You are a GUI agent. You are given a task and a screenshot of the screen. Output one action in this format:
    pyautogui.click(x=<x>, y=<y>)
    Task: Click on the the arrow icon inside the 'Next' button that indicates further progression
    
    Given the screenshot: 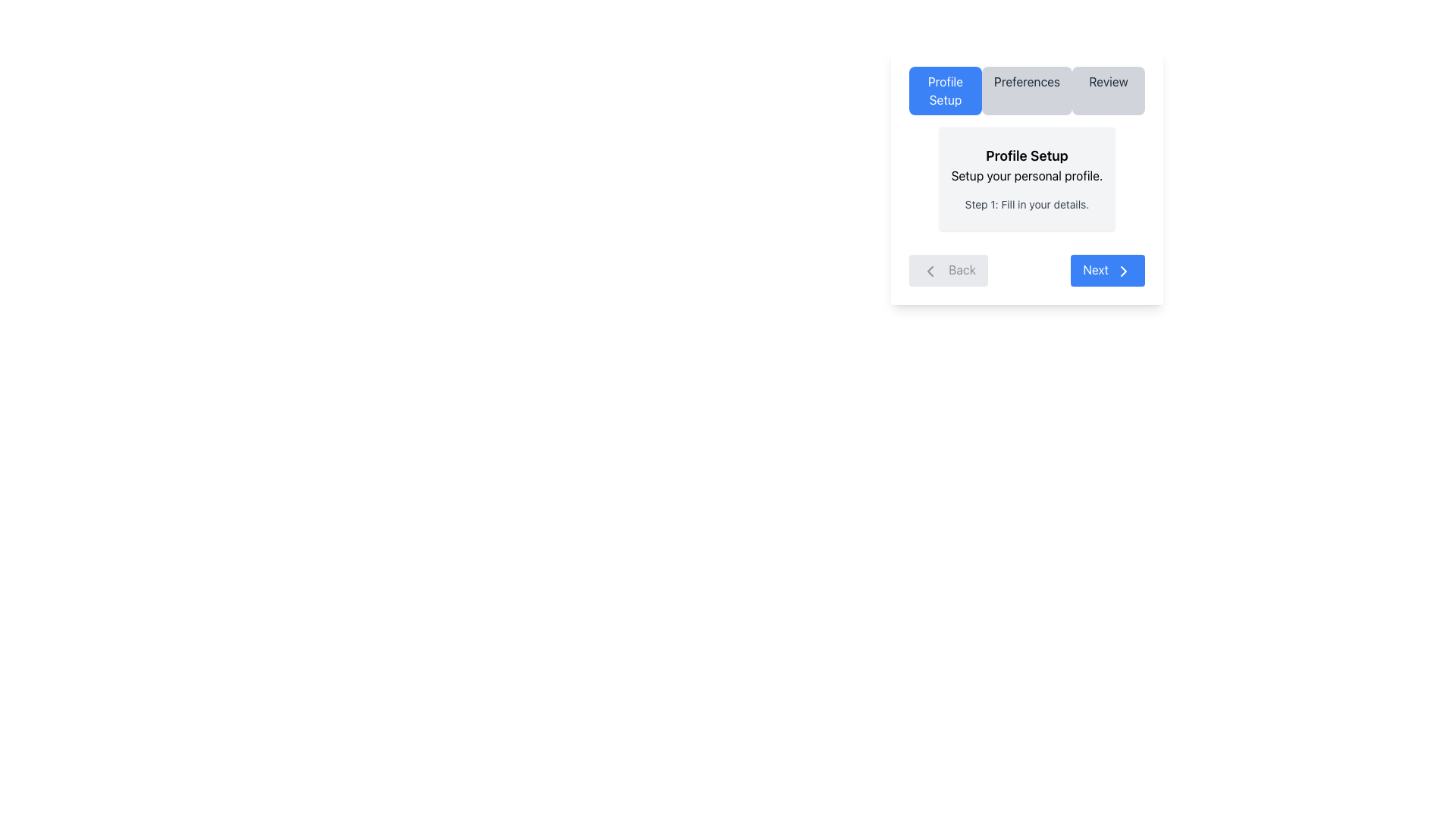 What is the action you would take?
    pyautogui.click(x=1124, y=270)
    